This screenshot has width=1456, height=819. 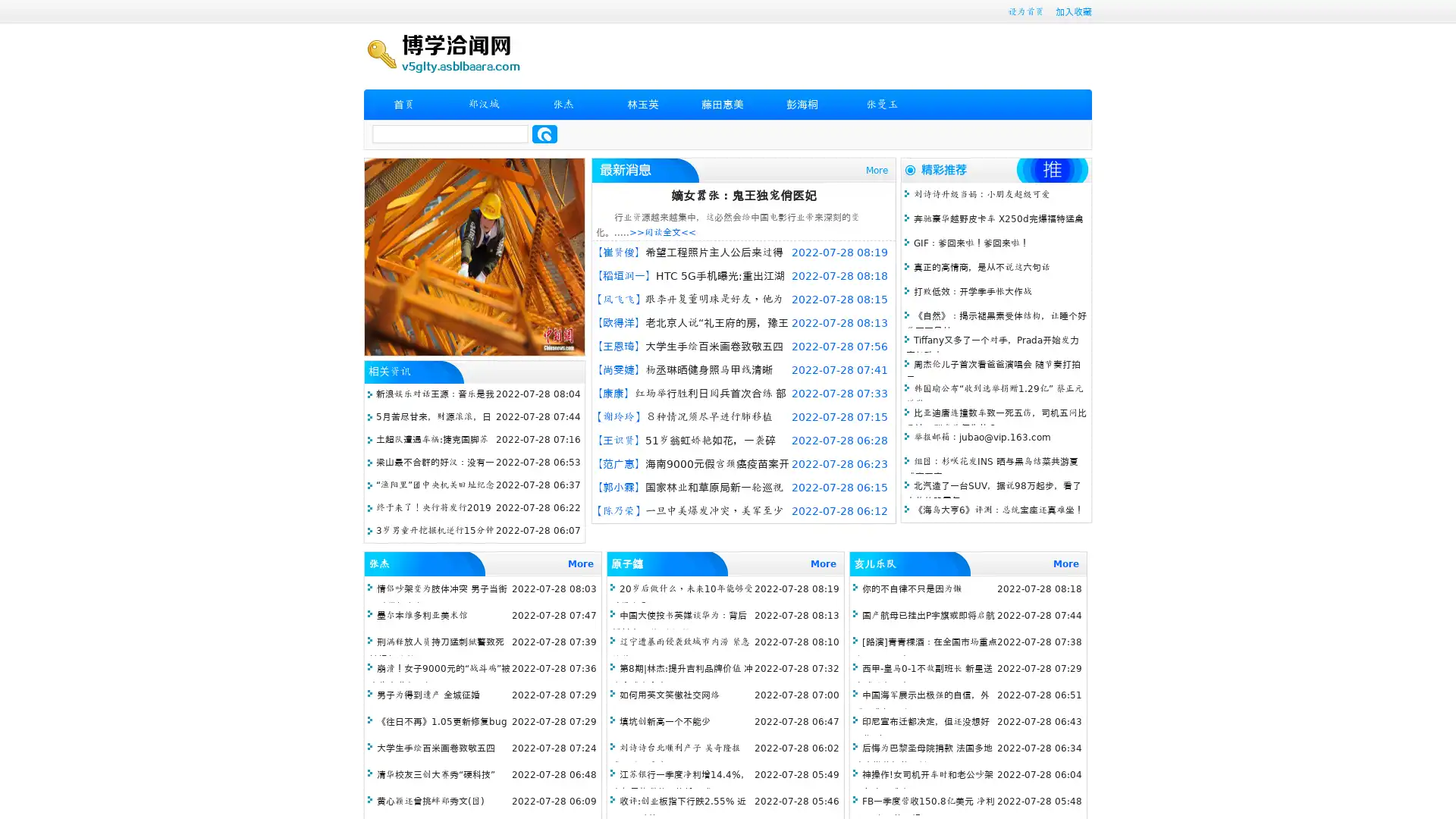 I want to click on Search, so click(x=544, y=133).